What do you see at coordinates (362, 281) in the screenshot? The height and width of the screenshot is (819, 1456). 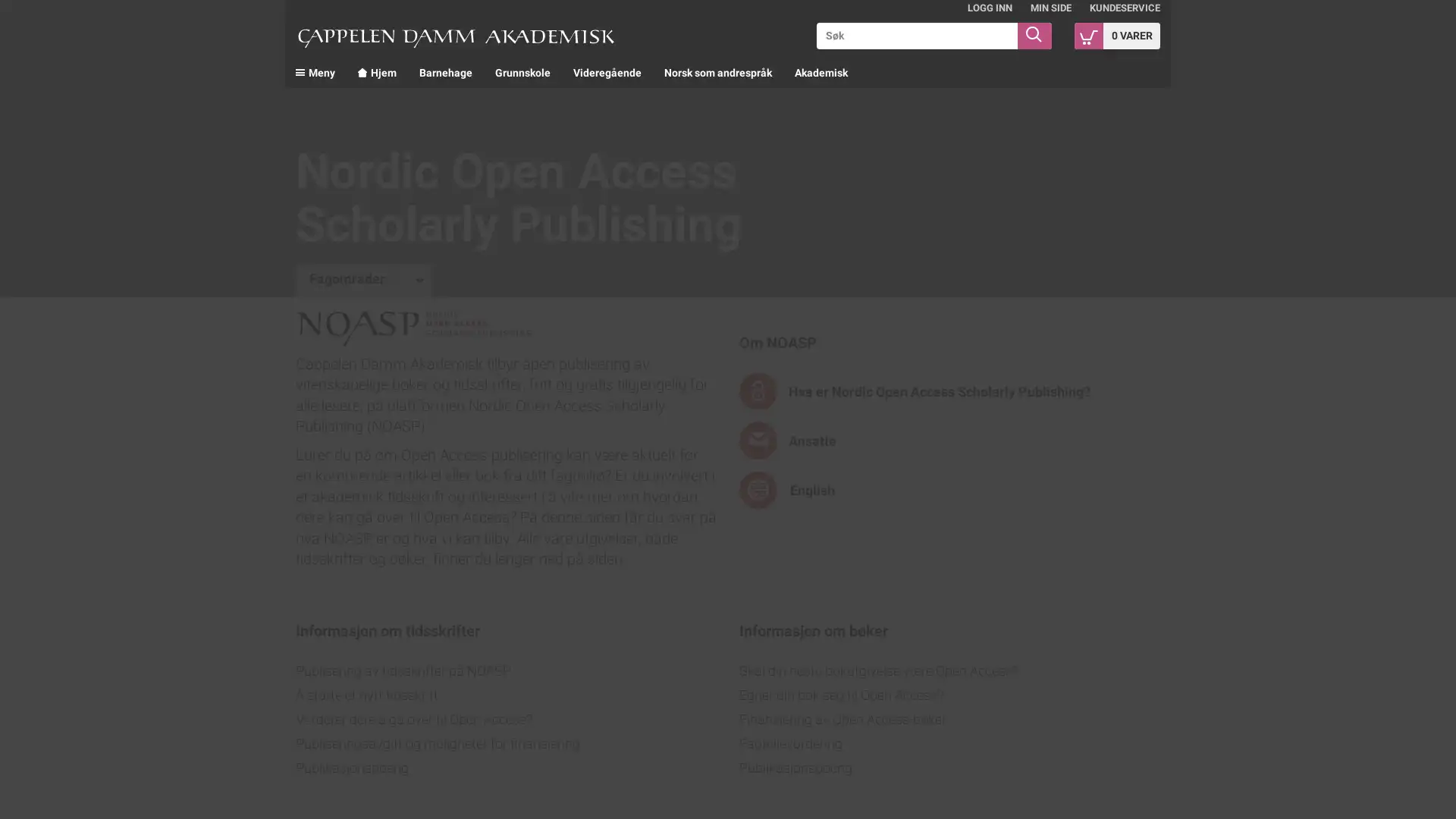 I see `Fagomrader` at bounding box center [362, 281].